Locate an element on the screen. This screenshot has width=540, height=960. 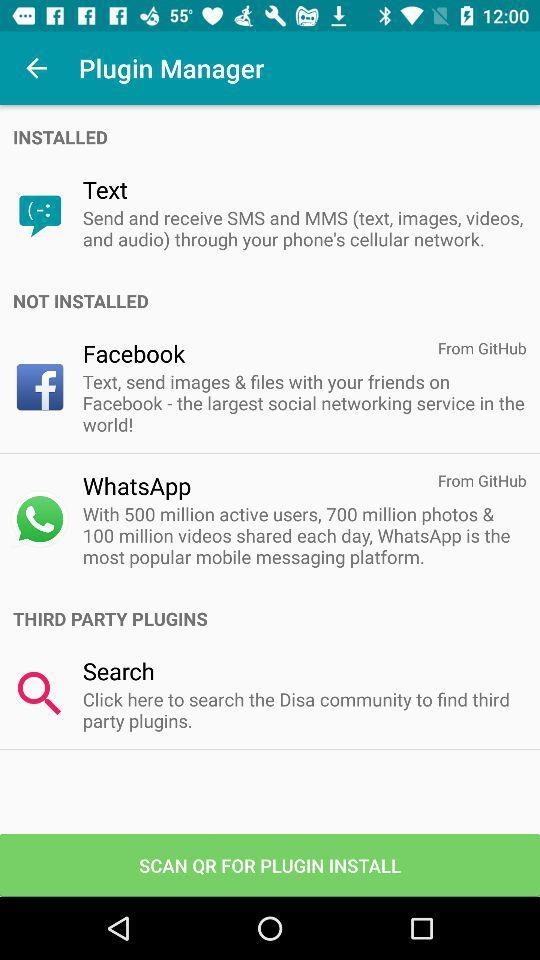
the item above third party plugins is located at coordinates (303, 534).